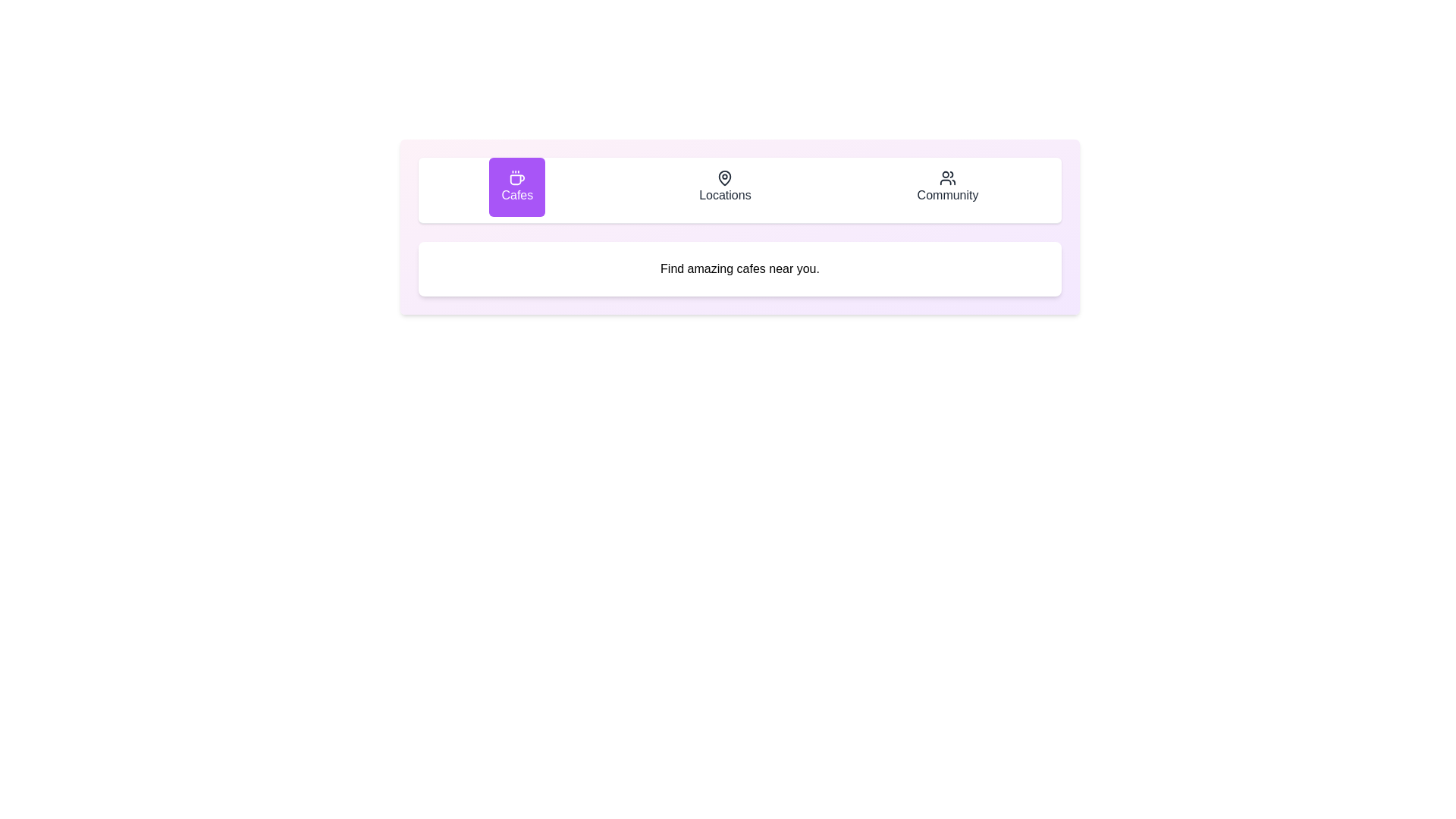 This screenshot has width=1456, height=819. Describe the element at coordinates (947, 186) in the screenshot. I see `the 'Community' button, which features an icon of three stylized human figures and is positioned in the third spot of a horizontal menu, to trigger a visual response` at that location.